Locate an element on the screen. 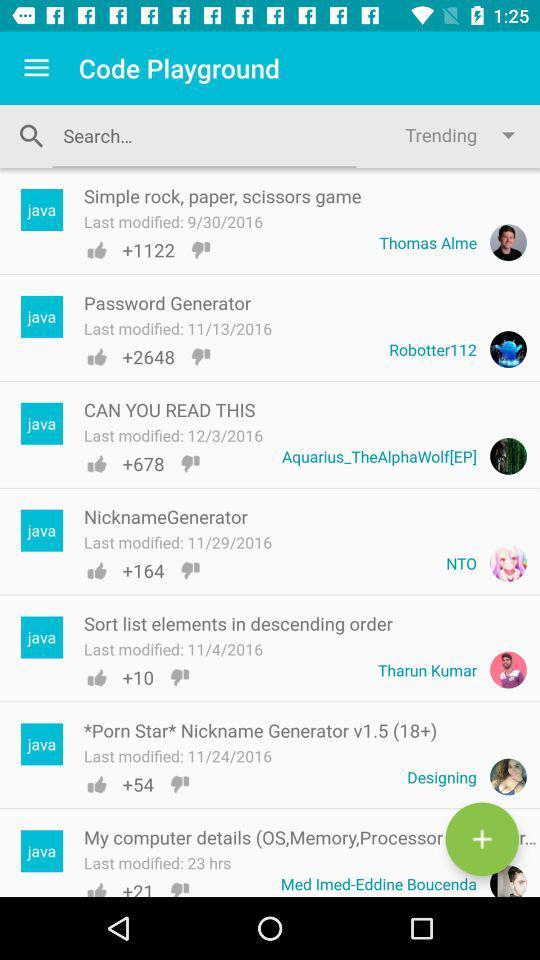  the search is located at coordinates (203, 134).